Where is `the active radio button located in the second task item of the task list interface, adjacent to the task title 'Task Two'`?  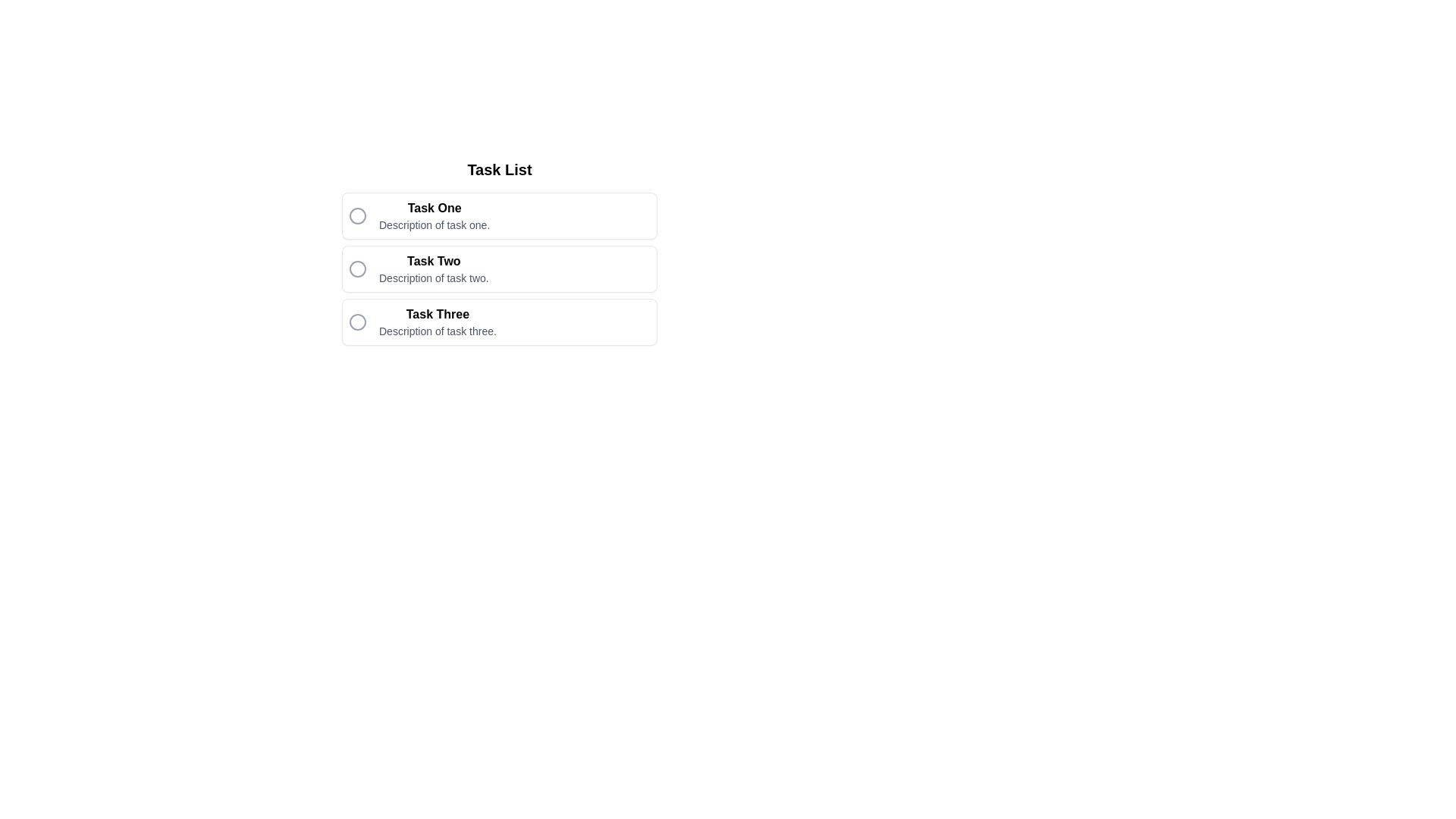 the active radio button located in the second task item of the task list interface, adjacent to the task title 'Task Two' is located at coordinates (356, 268).